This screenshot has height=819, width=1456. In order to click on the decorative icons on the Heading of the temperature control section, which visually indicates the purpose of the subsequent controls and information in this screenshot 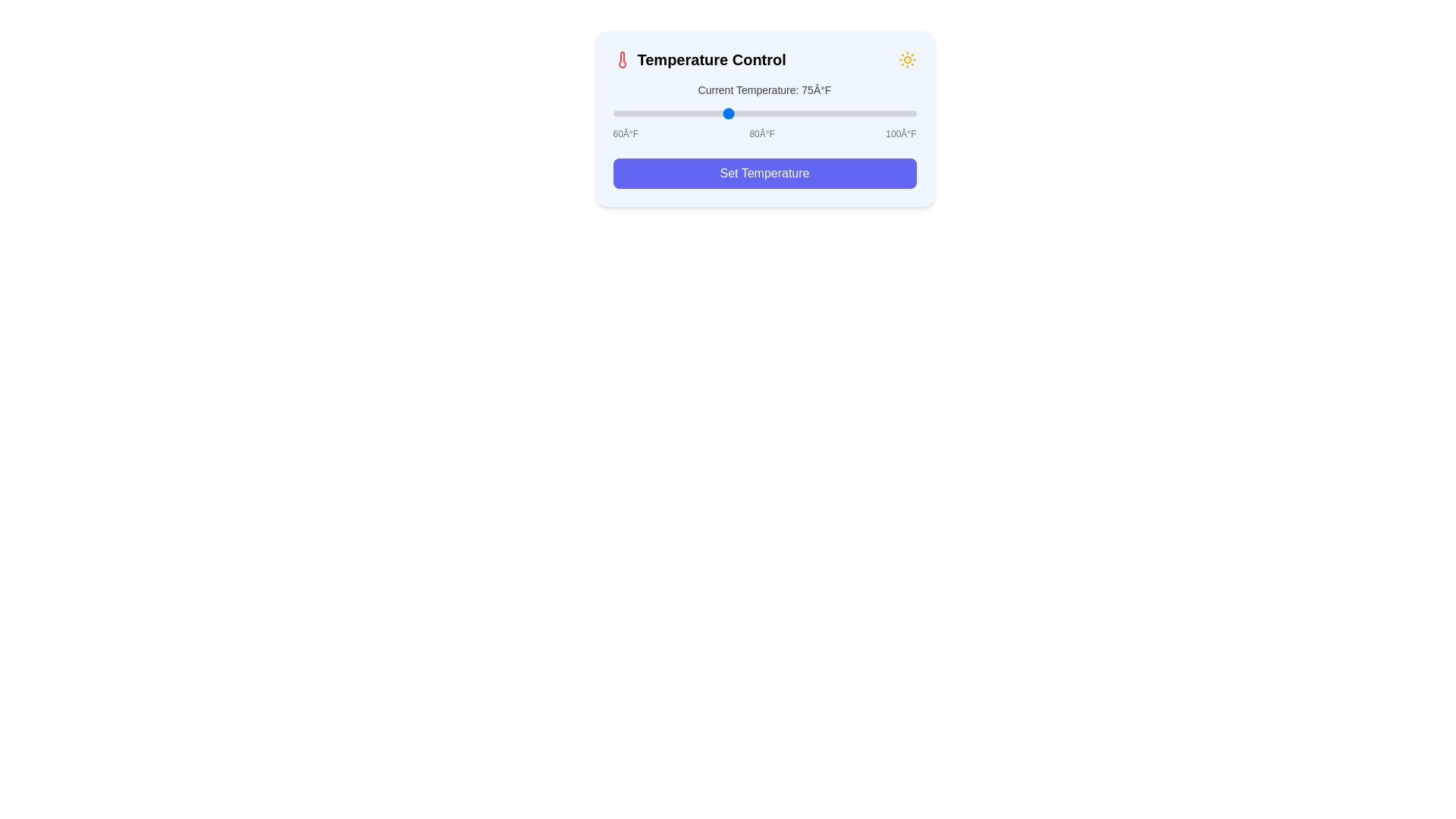, I will do `click(764, 58)`.